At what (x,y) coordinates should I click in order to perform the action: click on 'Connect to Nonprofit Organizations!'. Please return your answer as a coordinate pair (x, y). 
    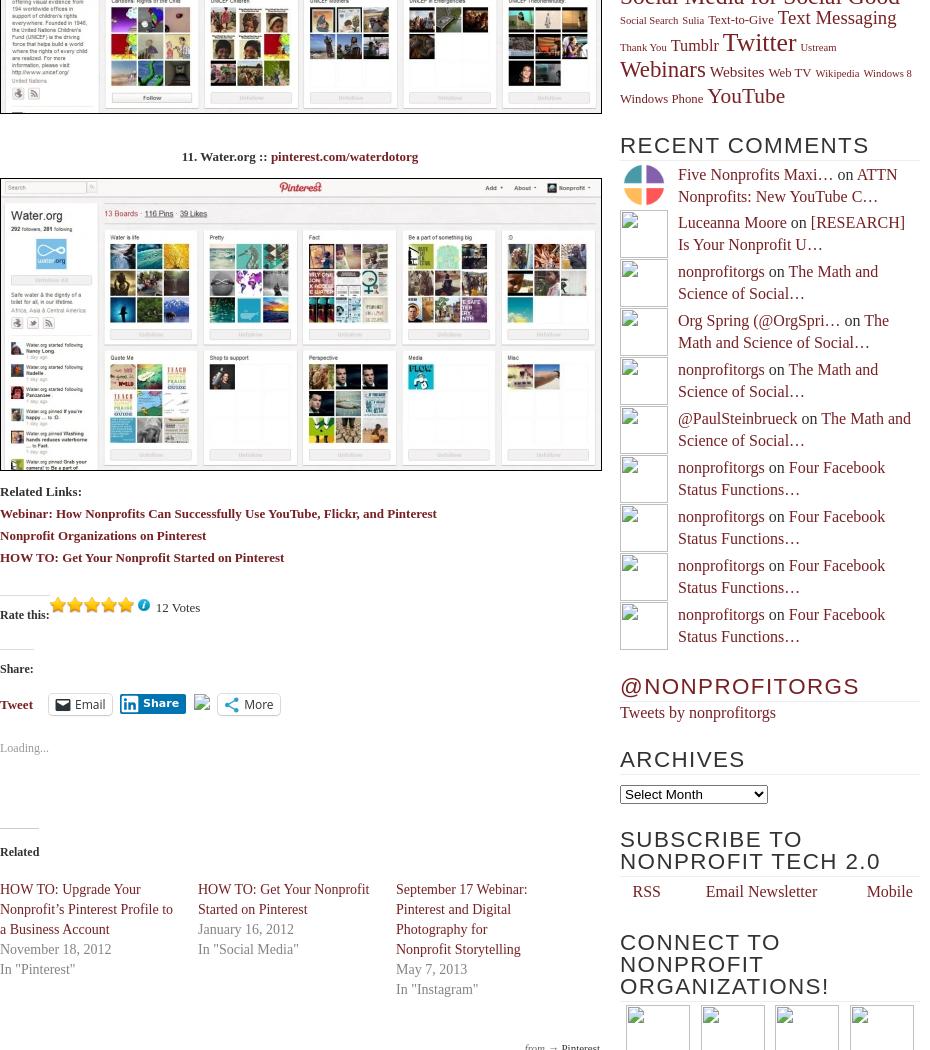
    Looking at the image, I should click on (724, 963).